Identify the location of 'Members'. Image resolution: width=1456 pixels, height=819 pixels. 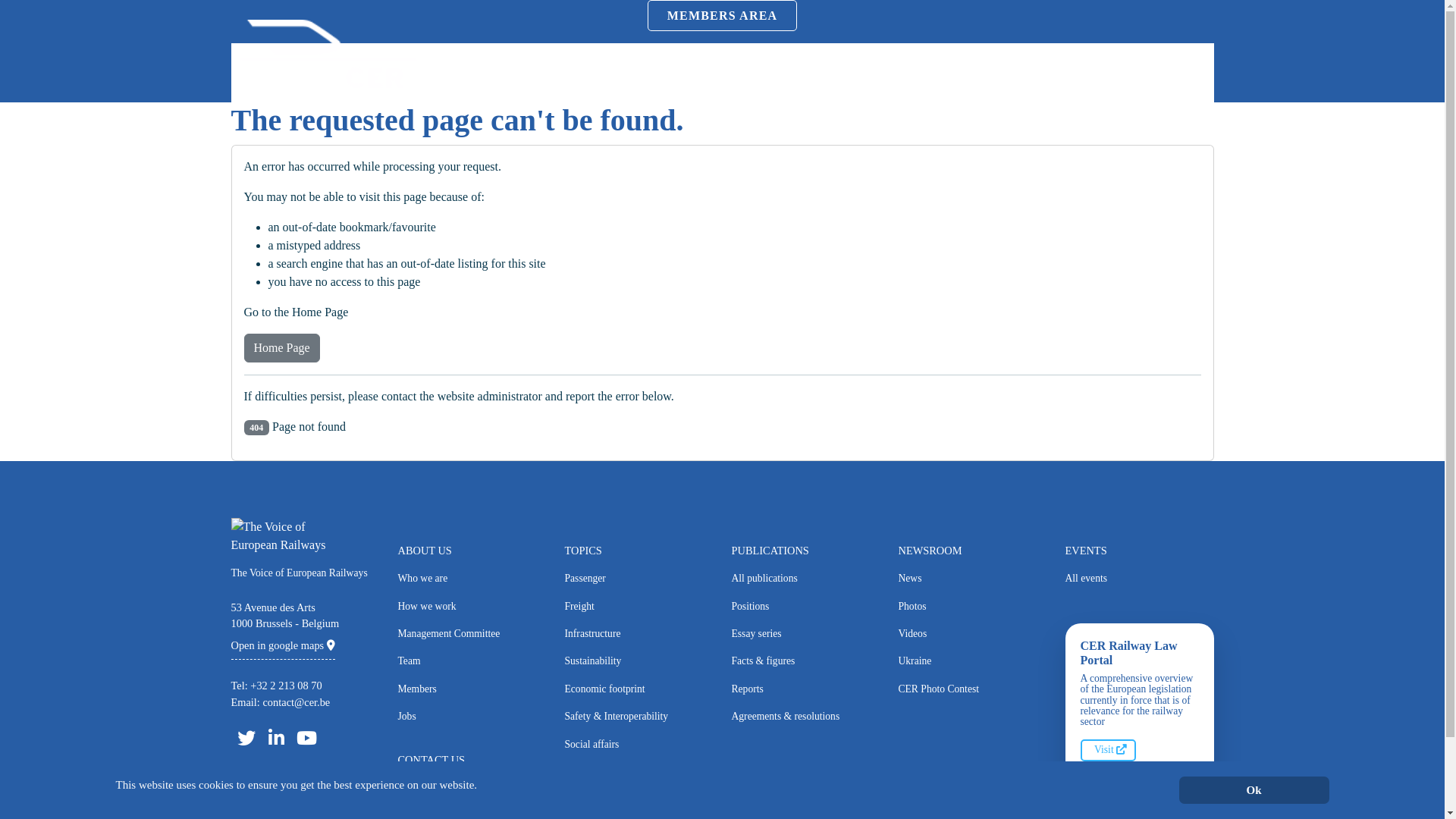
(397, 689).